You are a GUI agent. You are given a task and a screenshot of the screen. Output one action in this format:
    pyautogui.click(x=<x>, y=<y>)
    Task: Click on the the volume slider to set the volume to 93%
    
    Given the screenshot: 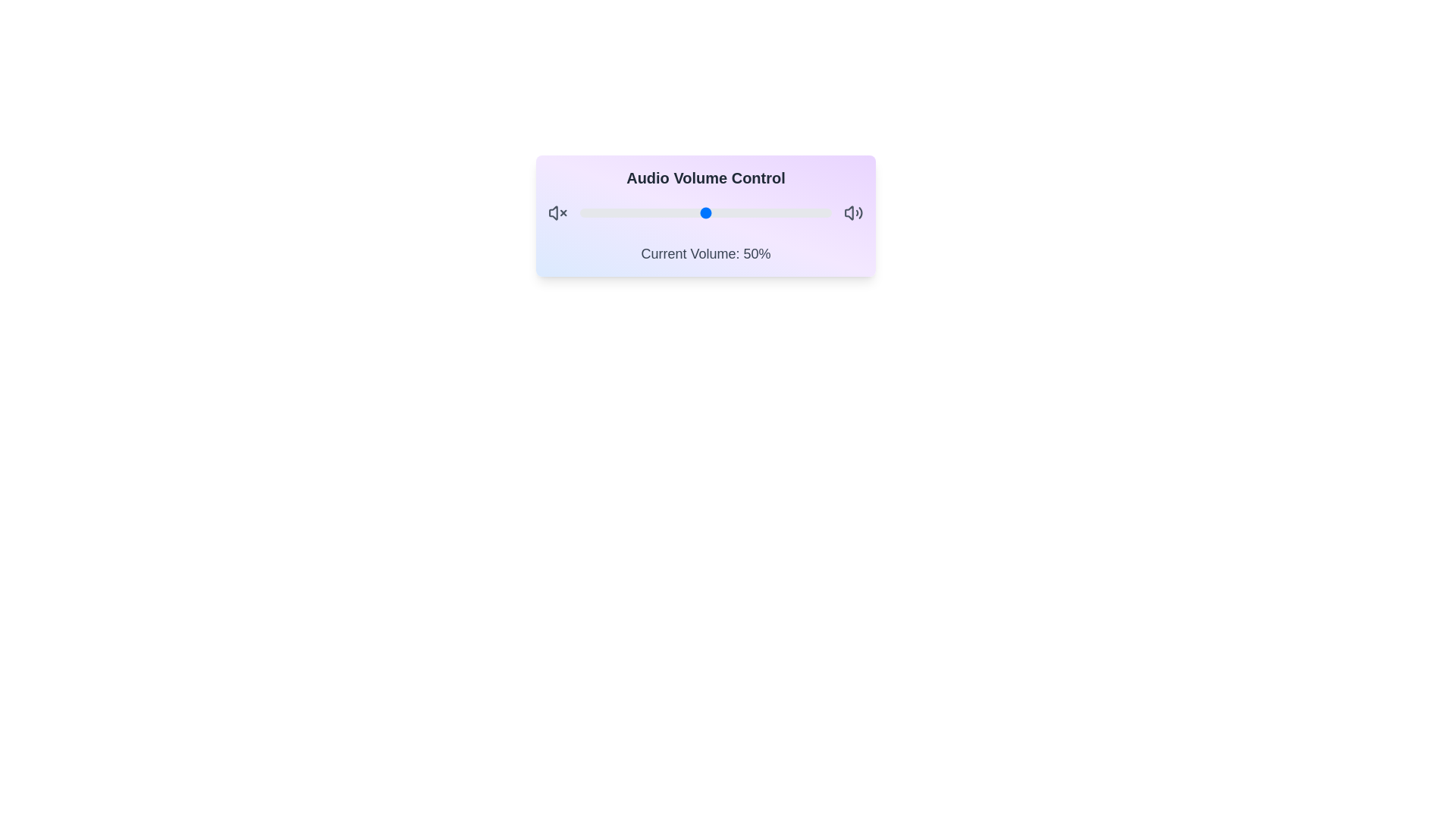 What is the action you would take?
    pyautogui.click(x=814, y=213)
    